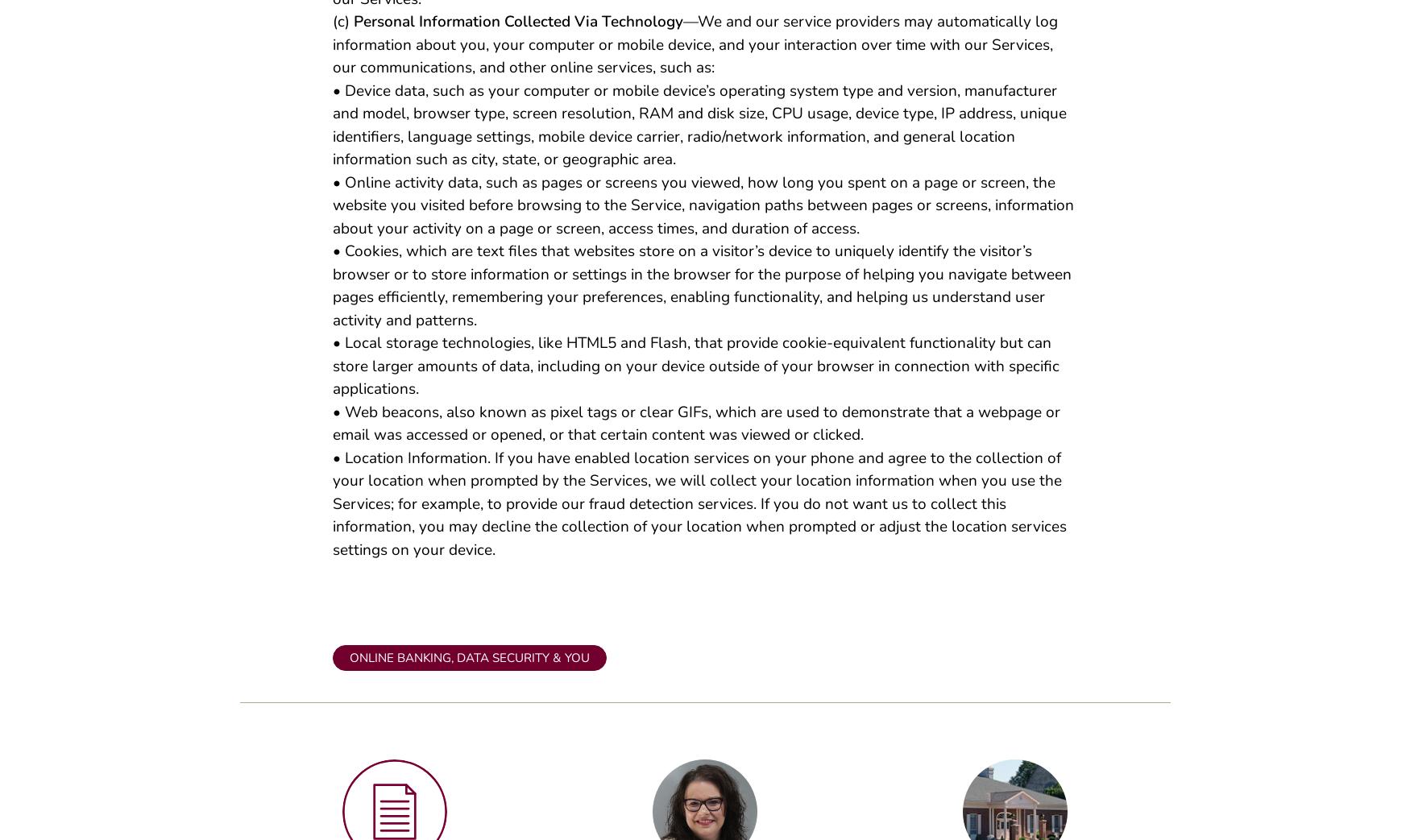  What do you see at coordinates (701, 291) in the screenshot?
I see `'• Cookies, which are text files that websites store on a visitor’s device to uniquely identify the visitor’s browser or to store information or settings in the browser for the purpose of helping you navigate between pages efficiently, remembering your preferences, enabling functionality, and helping us understand user activity and patterns.'` at bounding box center [701, 291].